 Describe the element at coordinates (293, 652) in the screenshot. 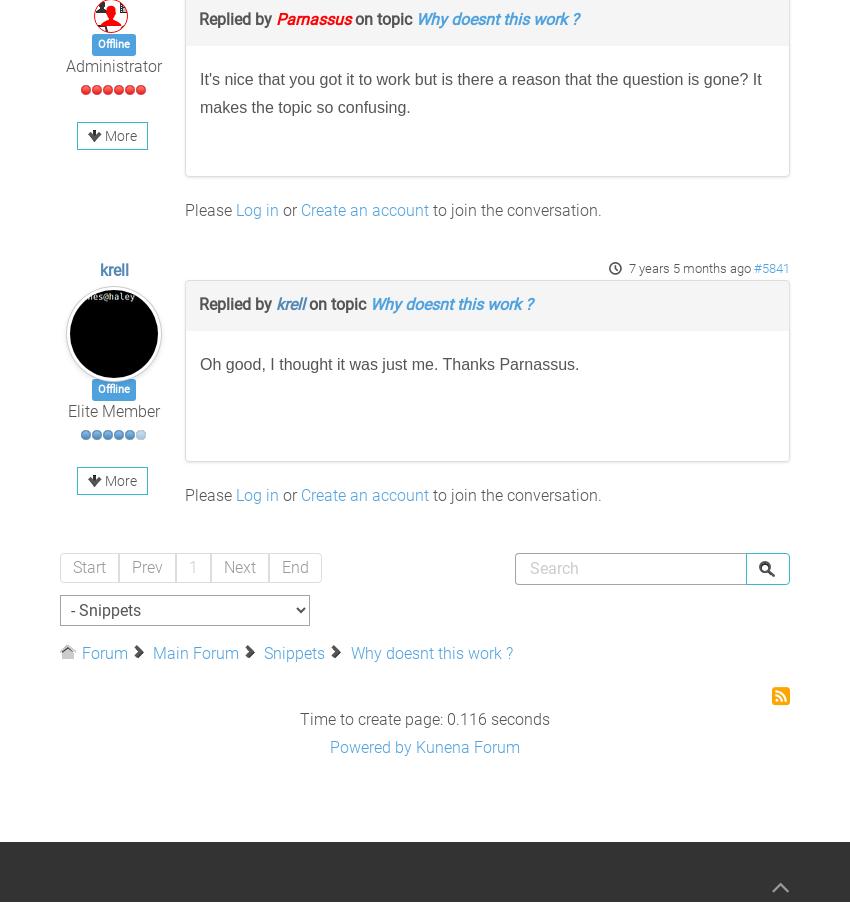

I see `'Snippets'` at that location.